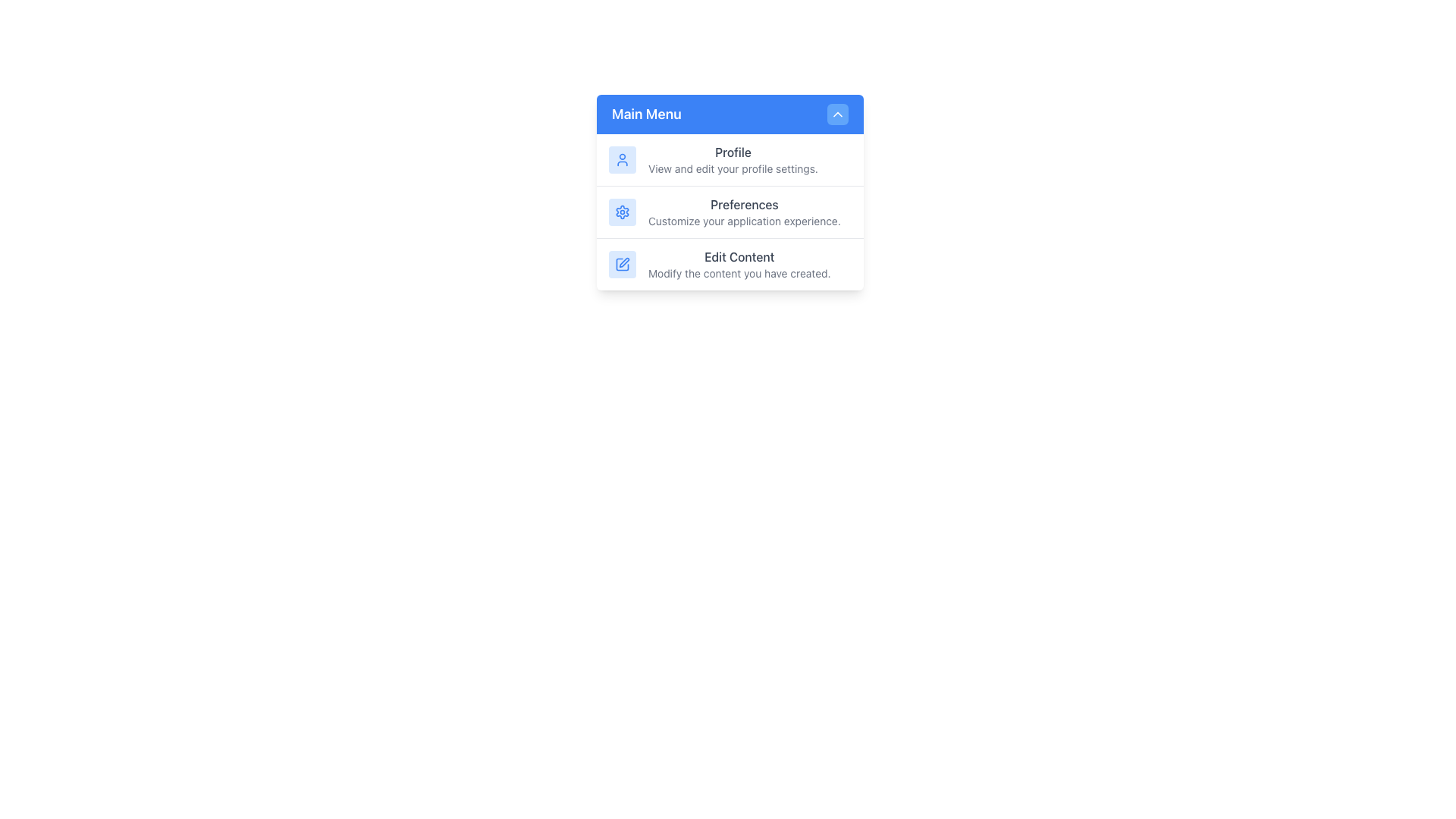 The image size is (1456, 819). What do you see at coordinates (744, 212) in the screenshot?
I see `the 'Preferences' text block` at bounding box center [744, 212].